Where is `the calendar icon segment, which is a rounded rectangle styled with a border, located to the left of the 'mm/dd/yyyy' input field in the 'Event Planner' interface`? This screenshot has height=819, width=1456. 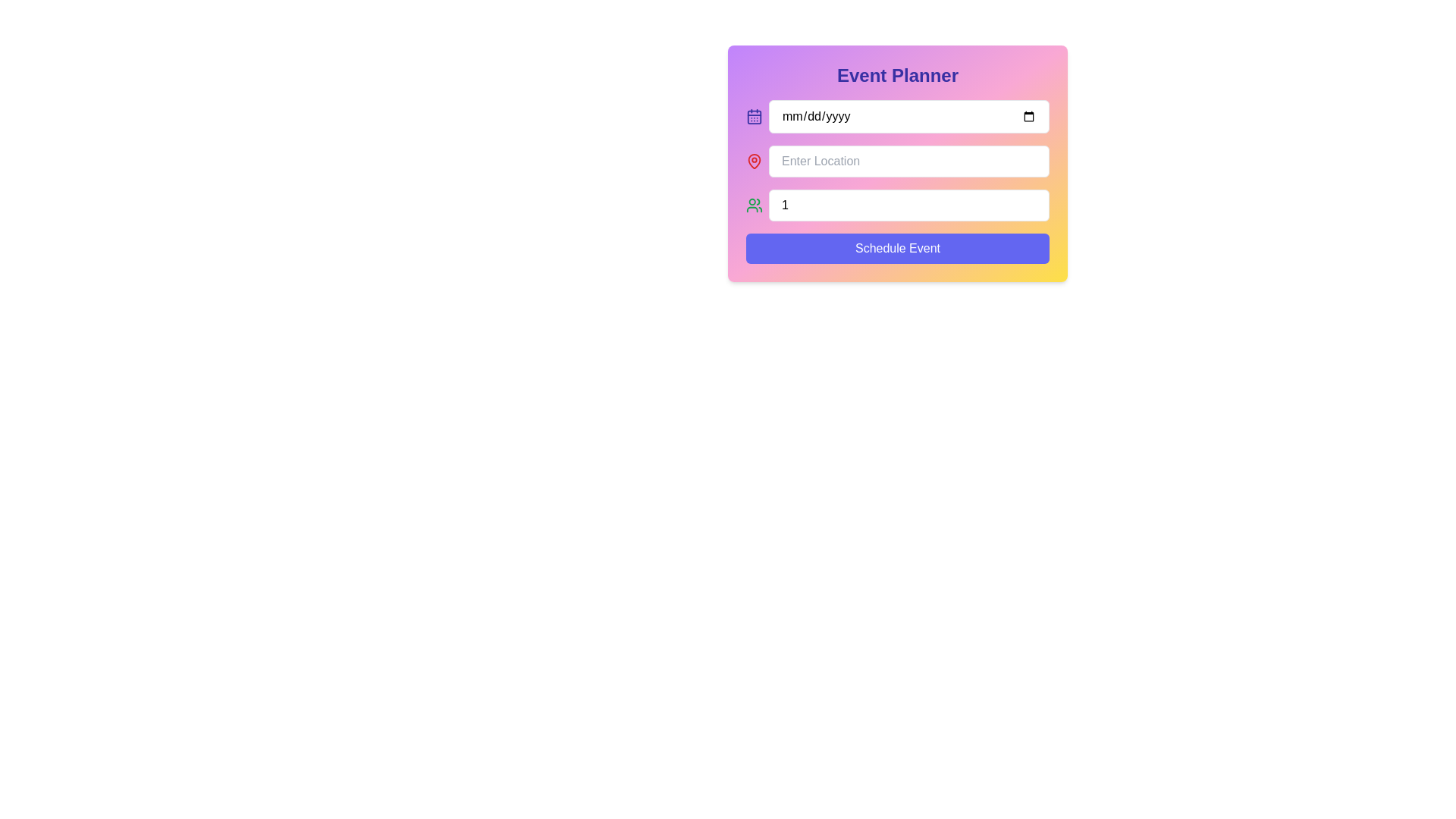
the calendar icon segment, which is a rounded rectangle styled with a border, located to the left of the 'mm/dd/yyyy' input field in the 'Event Planner' interface is located at coordinates (754, 116).